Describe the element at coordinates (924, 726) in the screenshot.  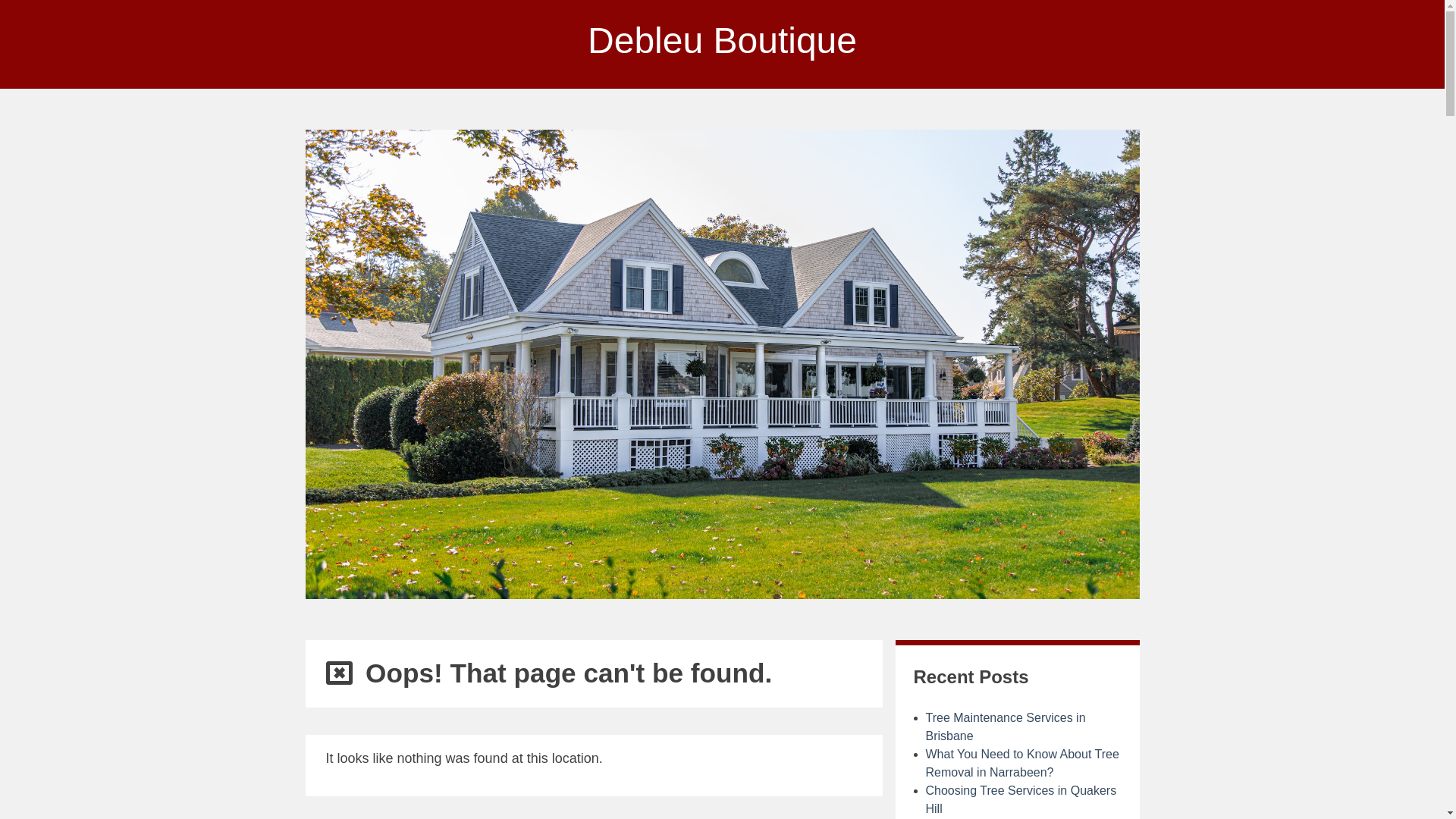
I see `'Tree Maintenance Services in Brisbane'` at that location.